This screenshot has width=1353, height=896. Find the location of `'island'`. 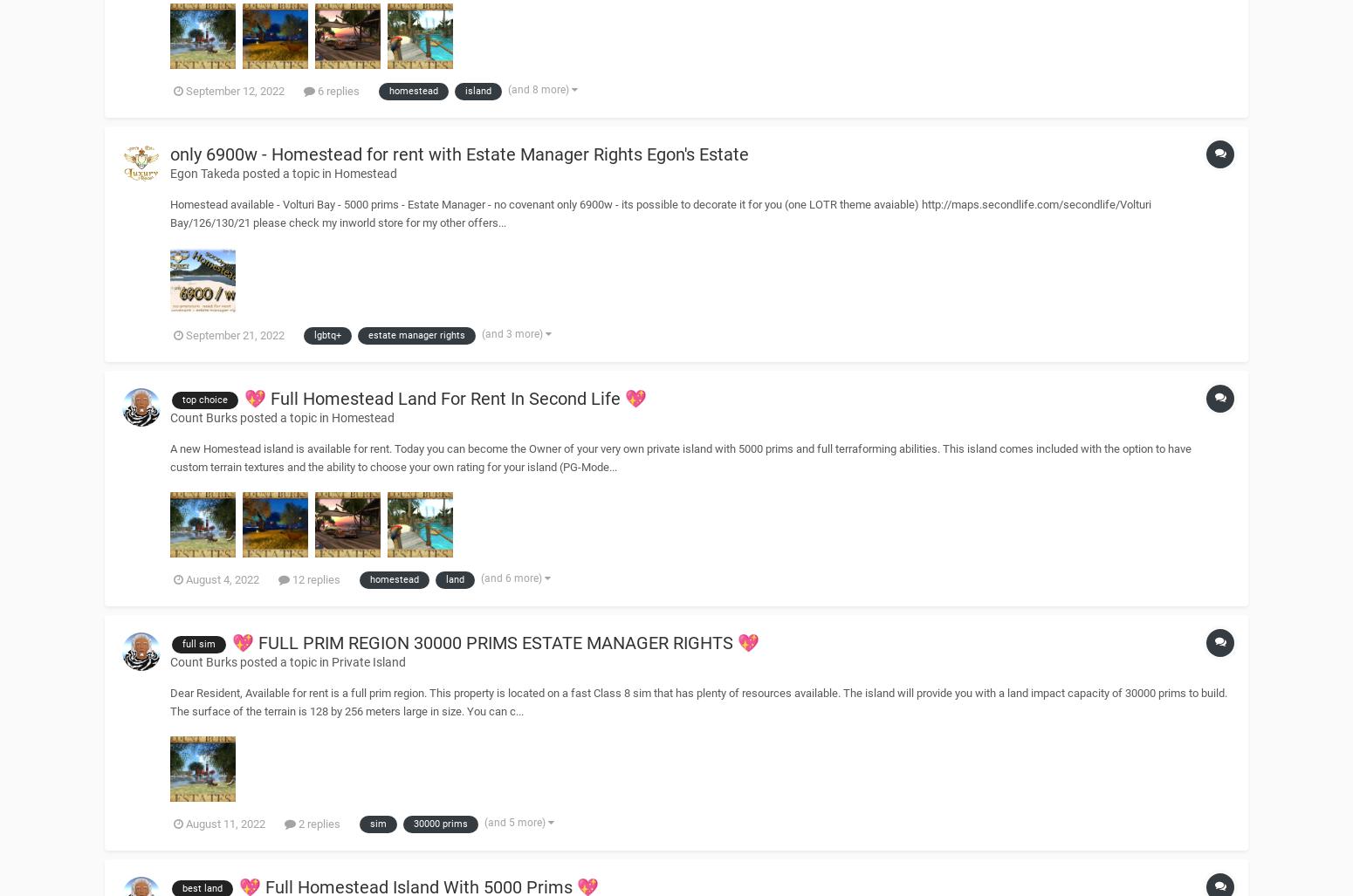

'island' is located at coordinates (464, 89).